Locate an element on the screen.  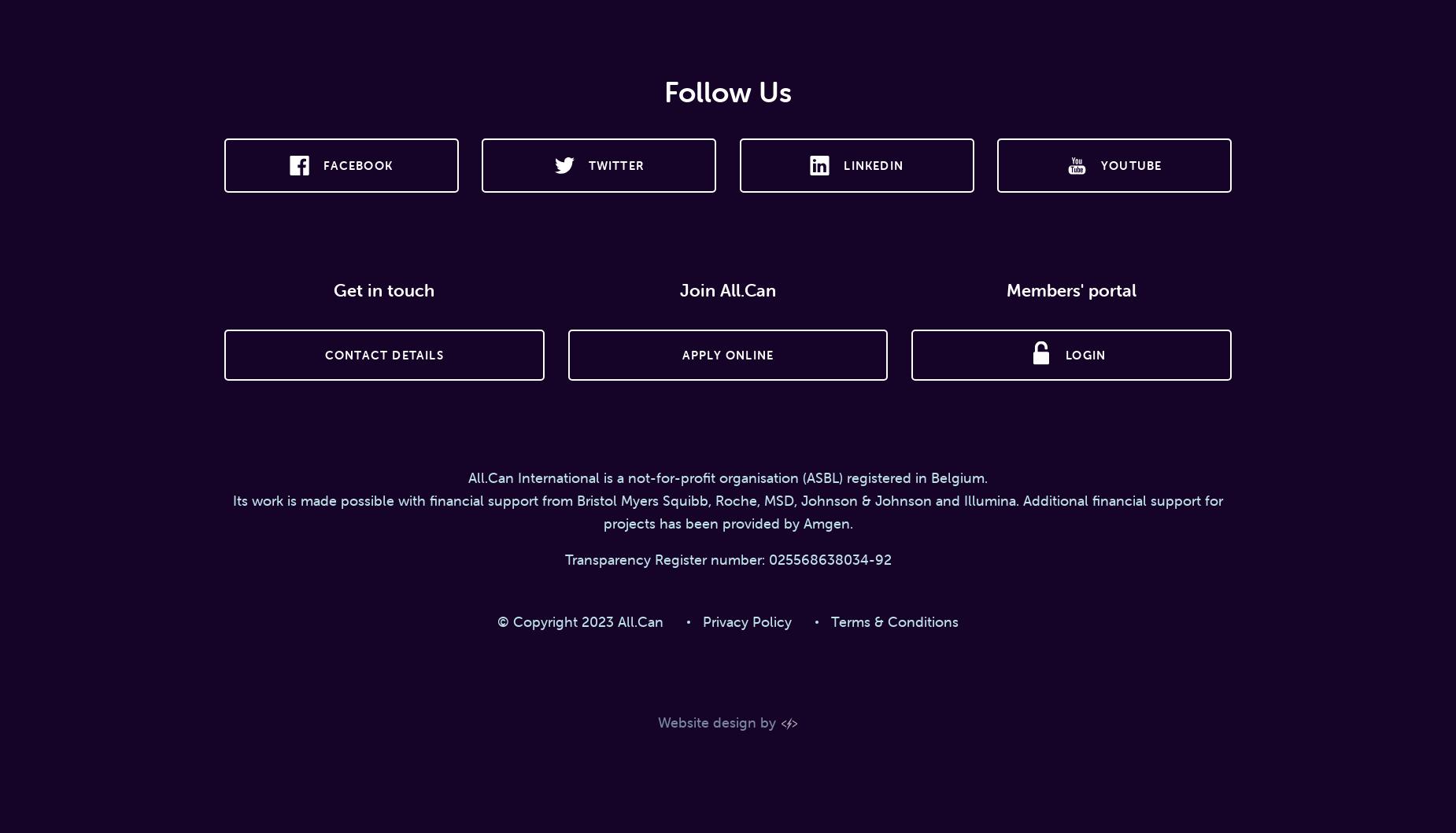
'APPLY ONLINE' is located at coordinates (681, 354).